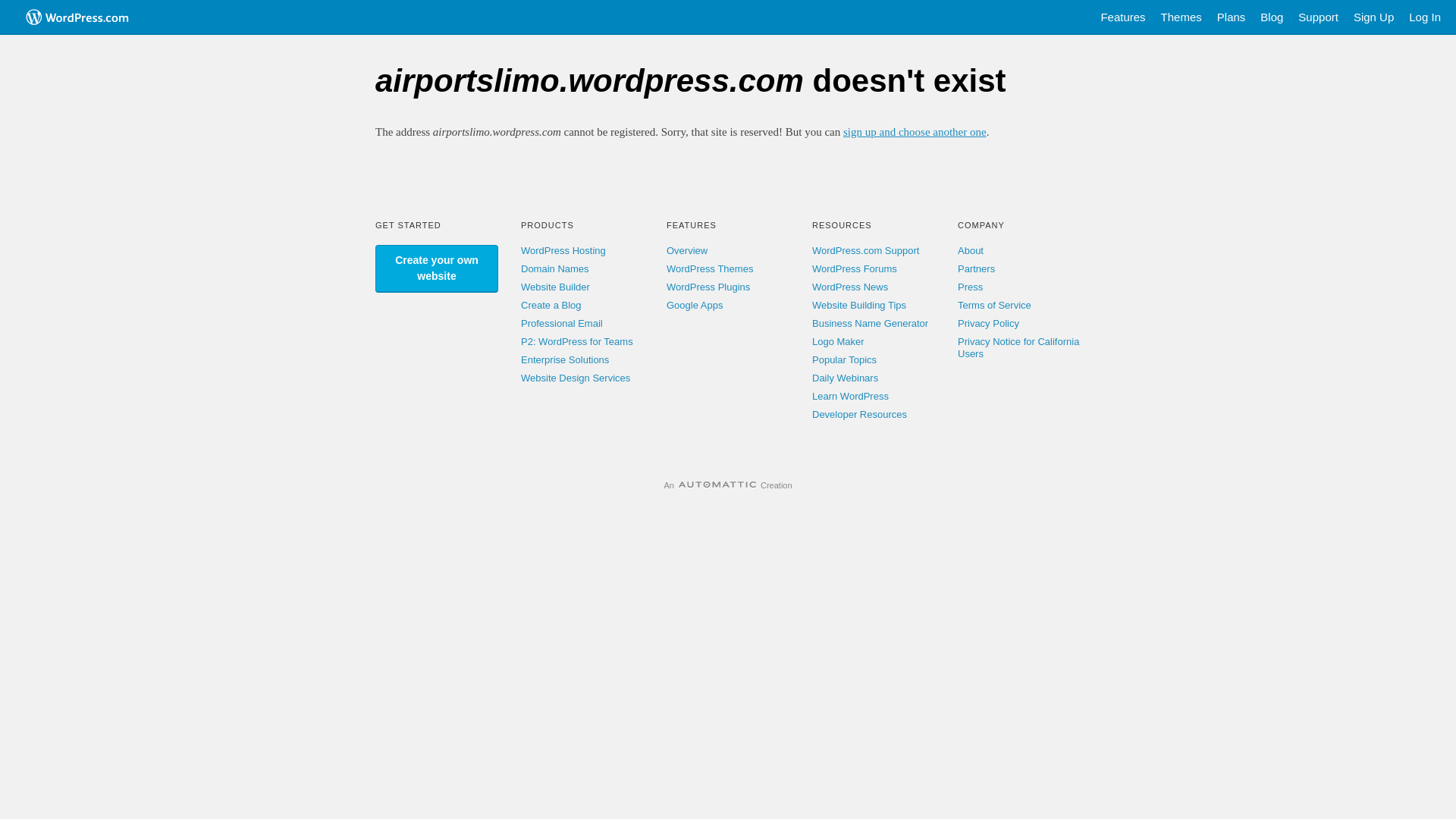 Image resolution: width=1456 pixels, height=819 pixels. What do you see at coordinates (971, 249) in the screenshot?
I see `'About'` at bounding box center [971, 249].